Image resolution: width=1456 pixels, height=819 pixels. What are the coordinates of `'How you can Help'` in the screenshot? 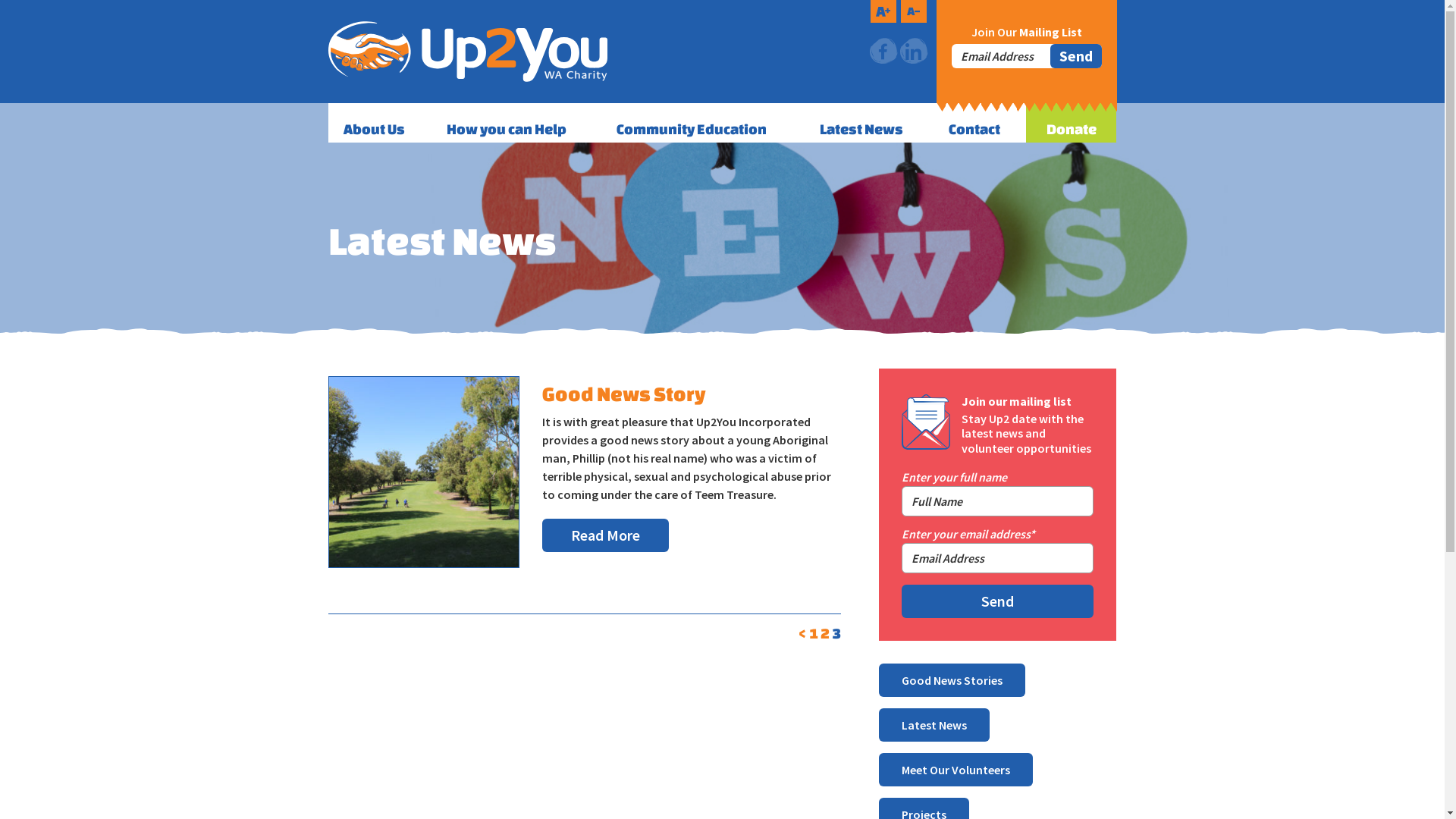 It's located at (516, 122).